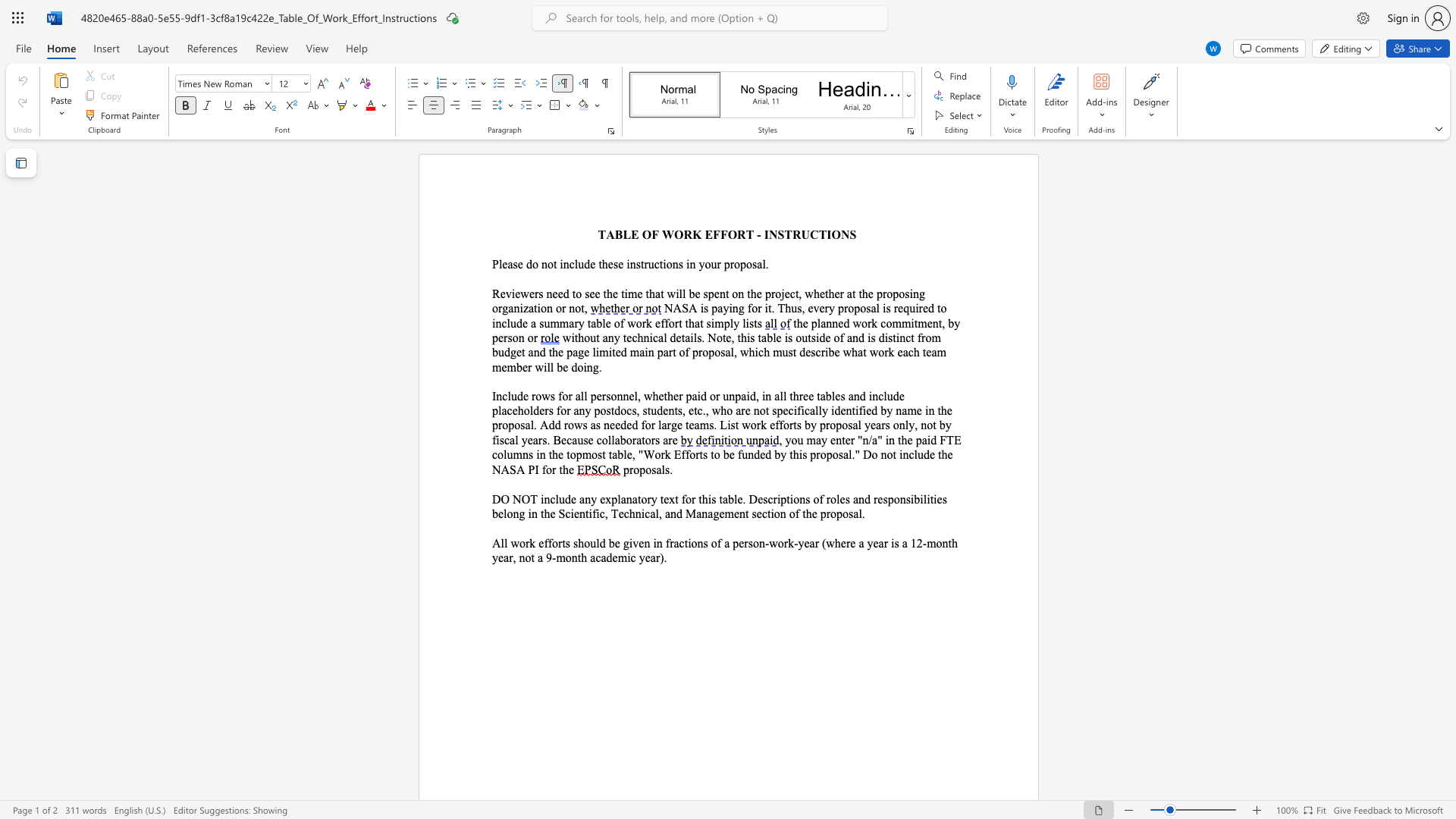 The width and height of the screenshot is (1456, 819). What do you see at coordinates (830, 395) in the screenshot?
I see `the subset text "les and includ" within the text "Include rows for all personnel, whether paid or unpaid, in all three tables and include placeholders for any postdocs, students, etc., who are not specifically"` at bounding box center [830, 395].